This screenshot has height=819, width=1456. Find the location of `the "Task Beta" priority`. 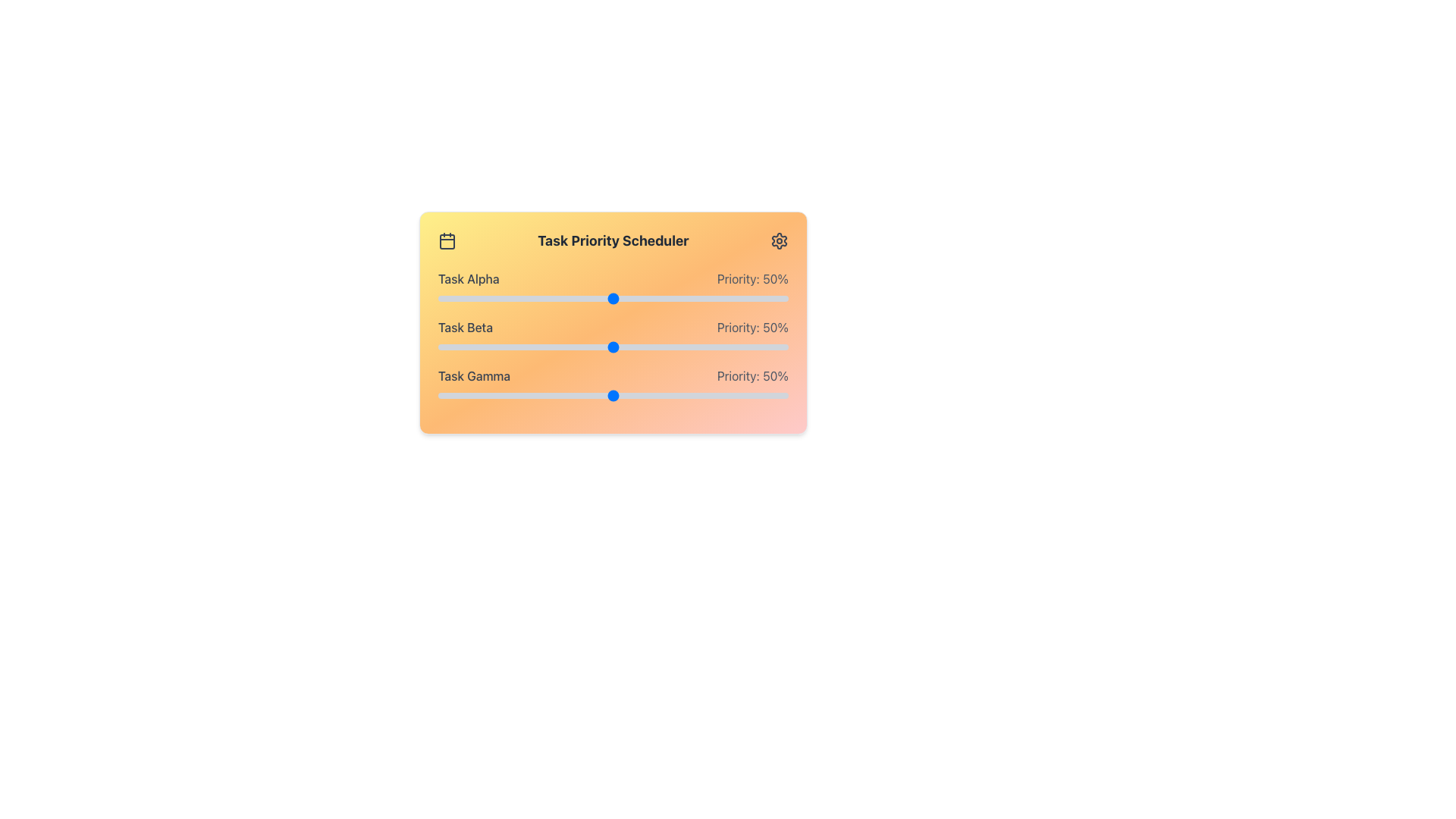

the "Task Beta" priority is located at coordinates (494, 347).